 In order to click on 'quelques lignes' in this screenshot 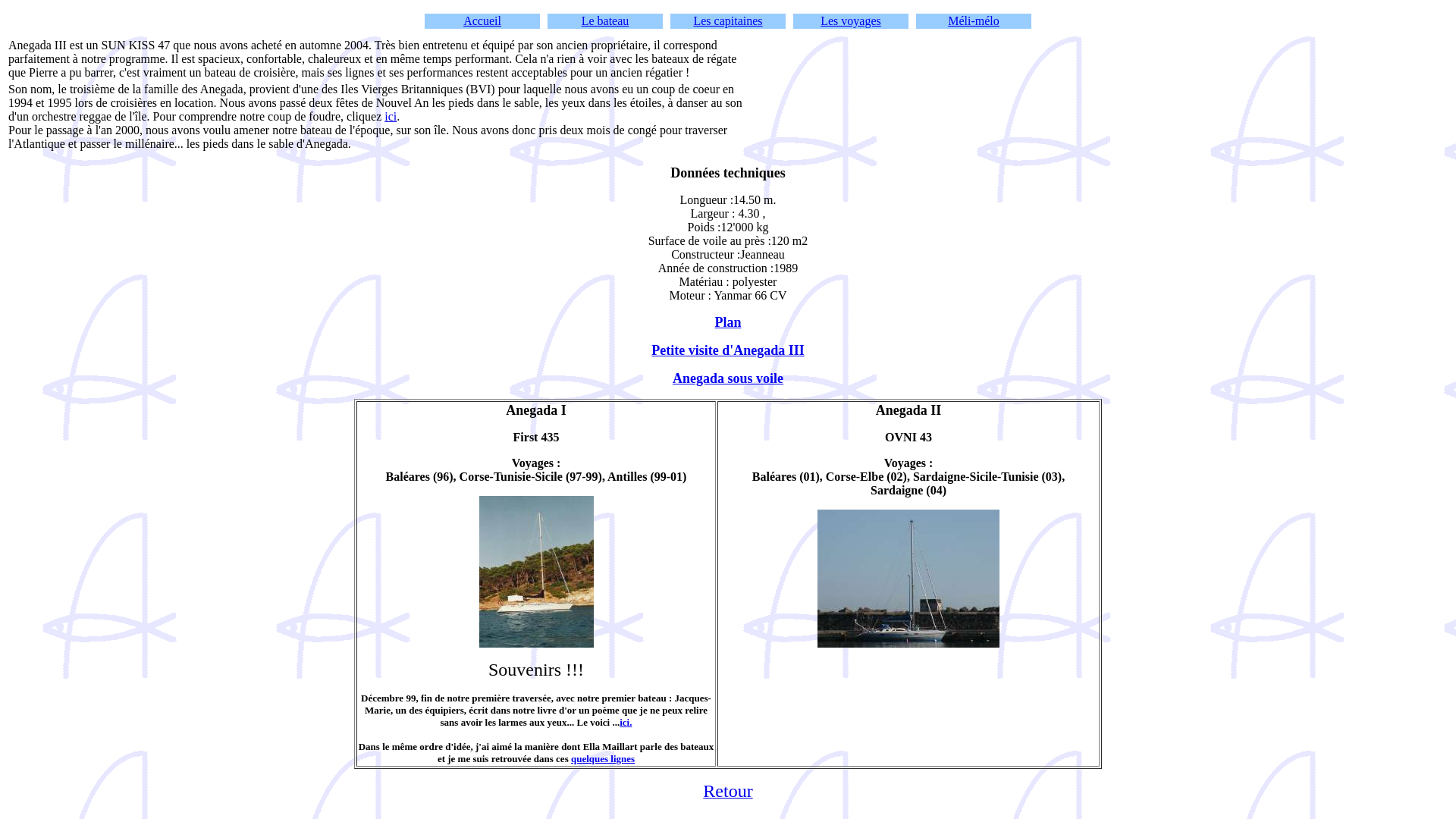, I will do `click(602, 758)`.